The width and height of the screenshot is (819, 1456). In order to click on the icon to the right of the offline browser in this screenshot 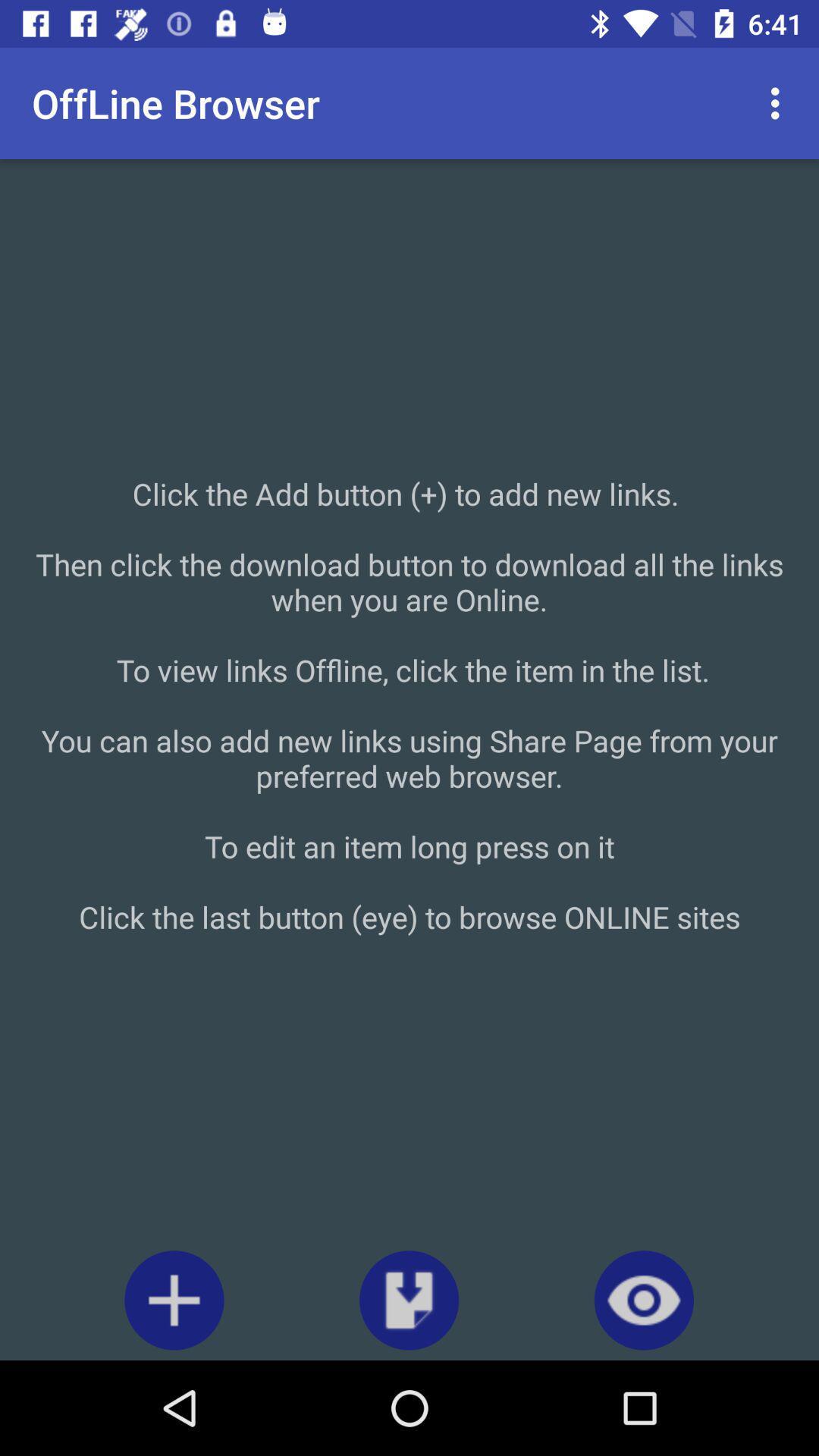, I will do `click(779, 102)`.